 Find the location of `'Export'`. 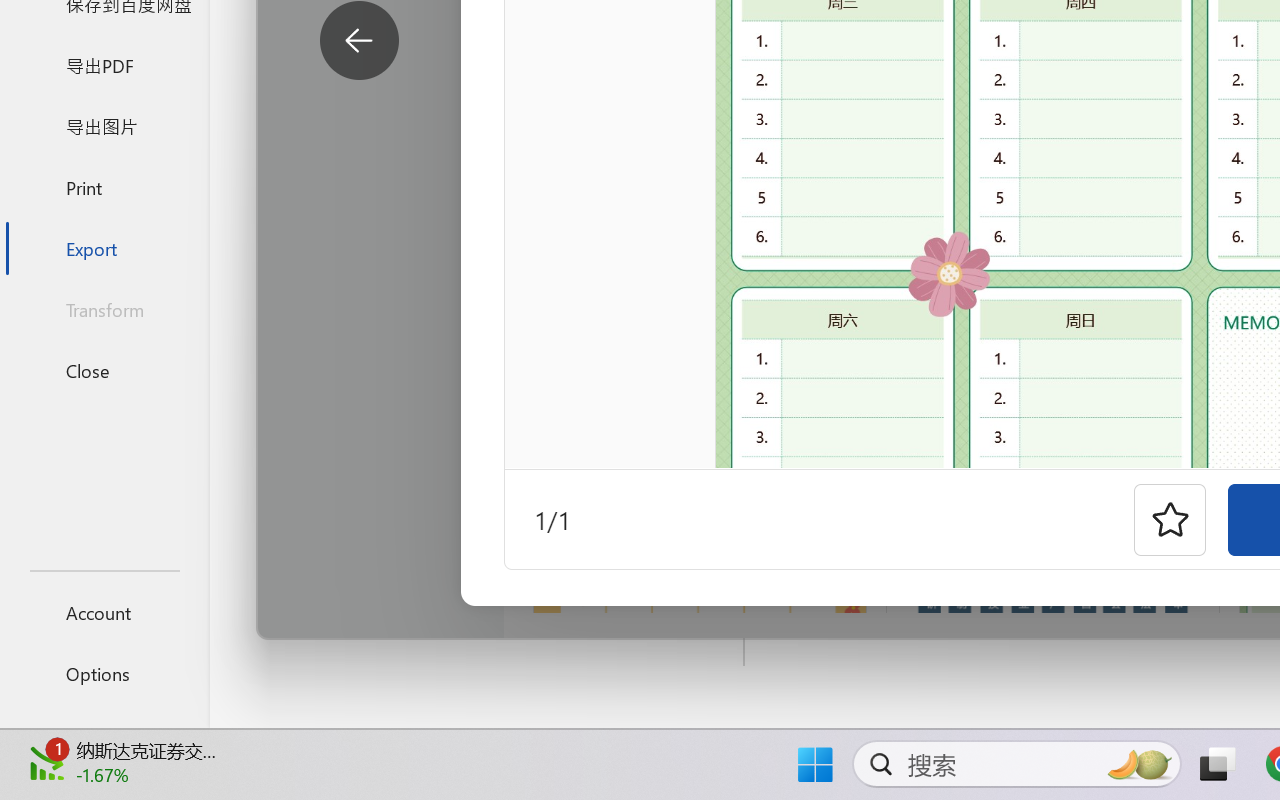

'Export' is located at coordinates (103, 247).